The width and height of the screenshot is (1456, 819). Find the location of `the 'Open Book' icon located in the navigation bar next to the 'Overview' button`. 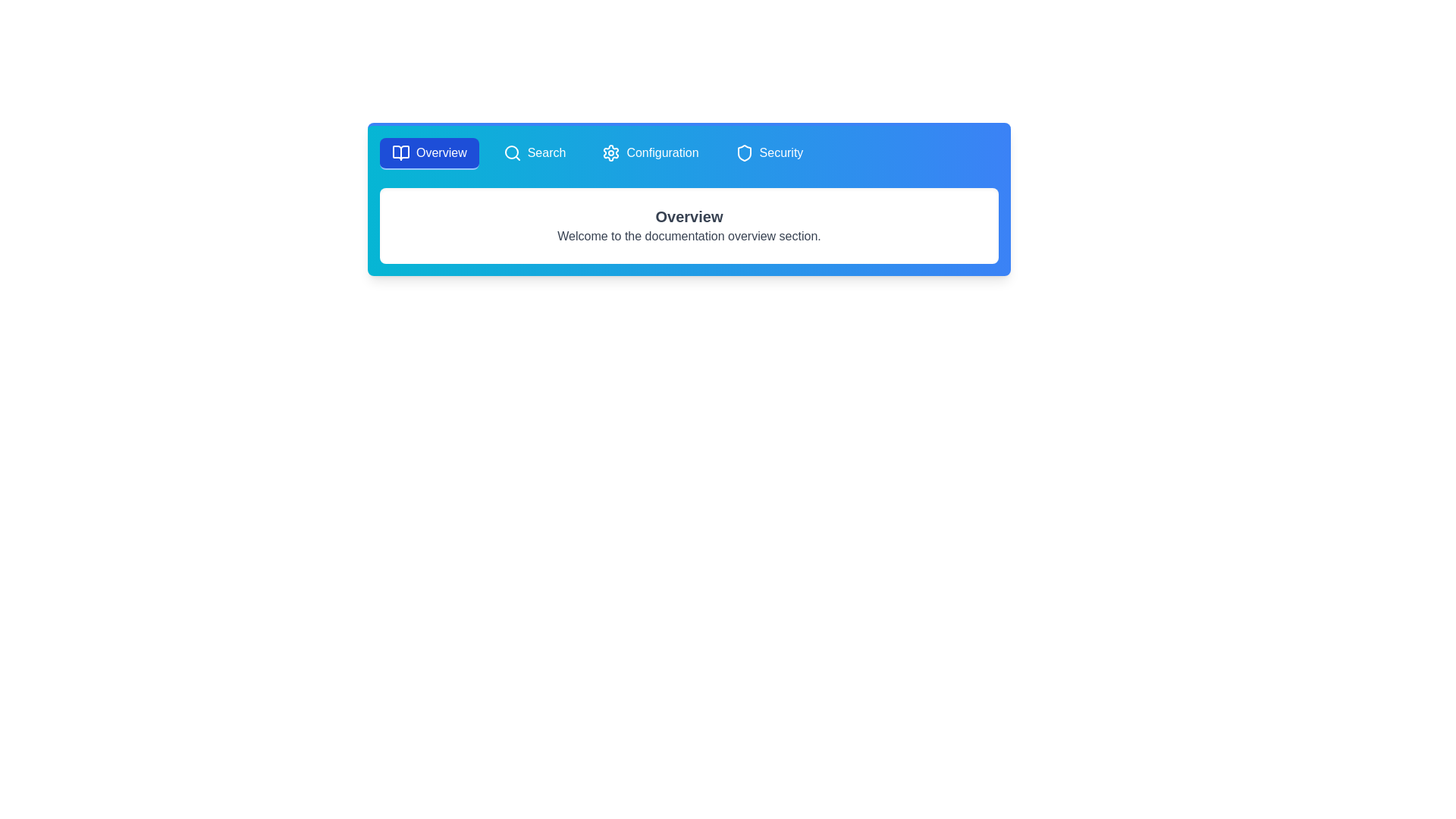

the 'Open Book' icon located in the navigation bar next to the 'Overview' button is located at coordinates (400, 152).